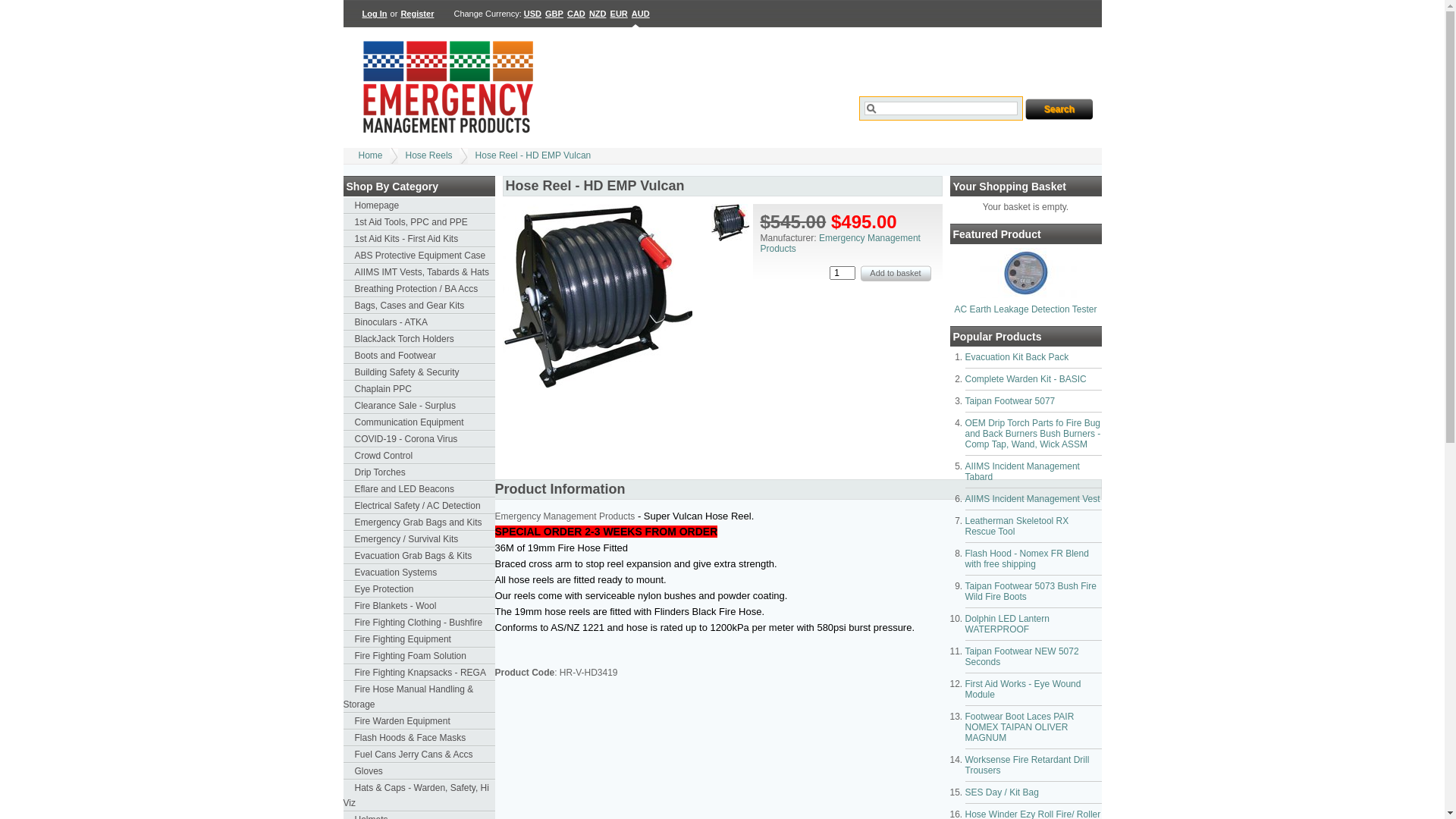 This screenshot has width=1456, height=819. What do you see at coordinates (1031, 499) in the screenshot?
I see `'AIIMS Incident Management Vest'` at bounding box center [1031, 499].